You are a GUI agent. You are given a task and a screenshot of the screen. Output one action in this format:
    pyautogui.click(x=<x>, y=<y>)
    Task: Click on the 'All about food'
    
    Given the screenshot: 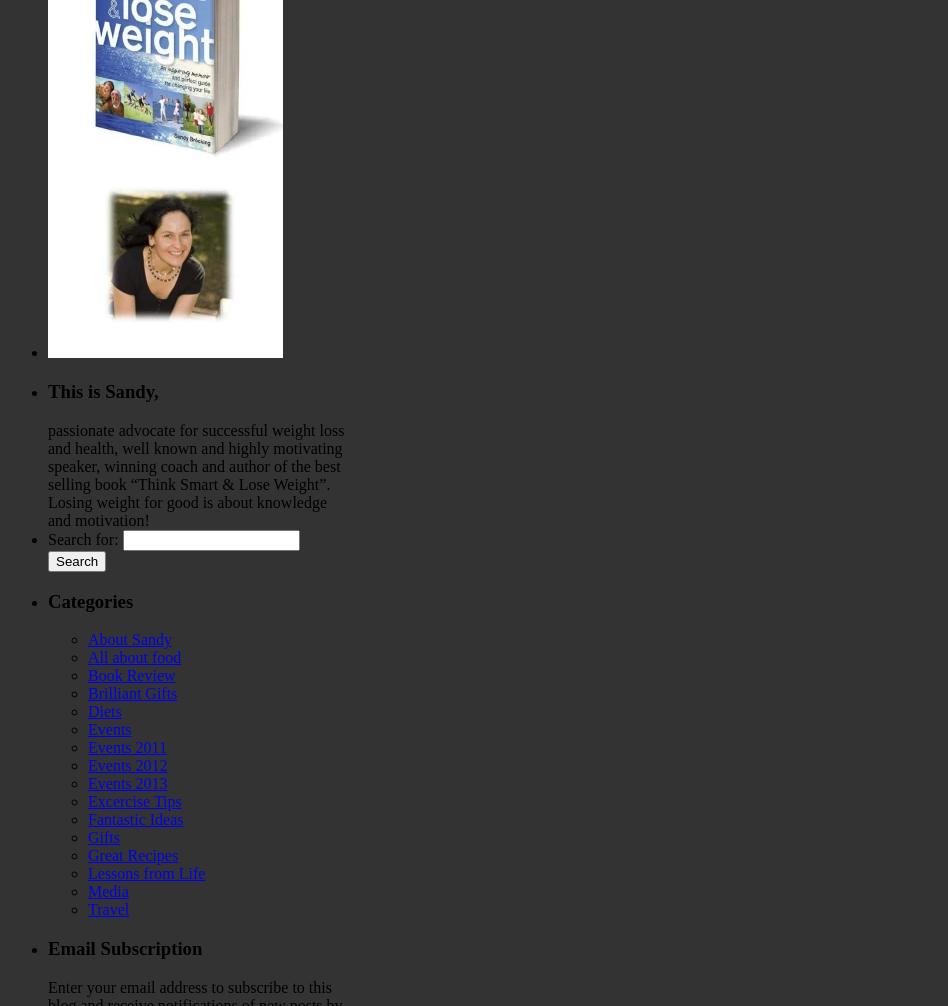 What is the action you would take?
    pyautogui.click(x=133, y=657)
    